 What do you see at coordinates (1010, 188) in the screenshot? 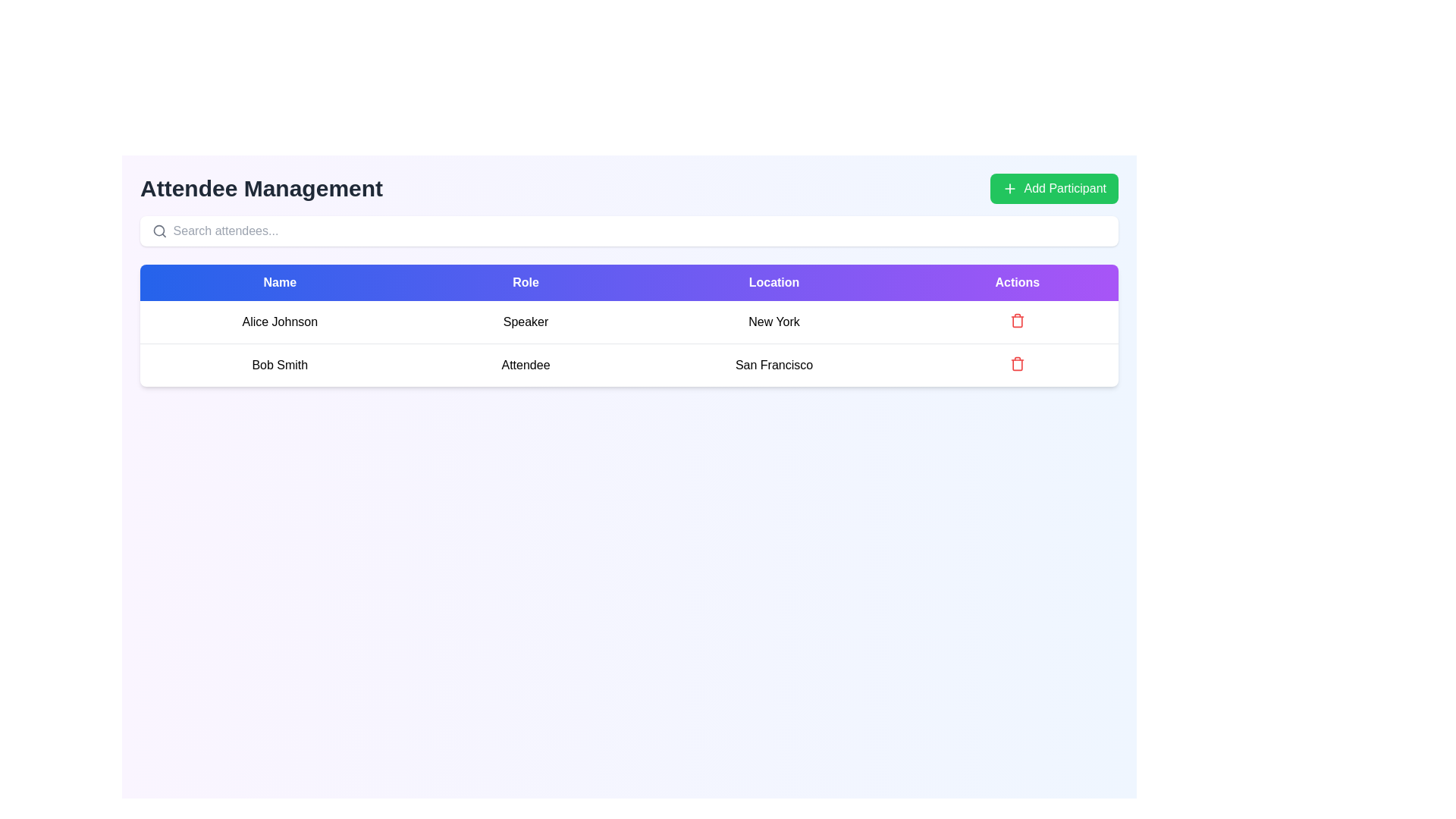
I see `the icon that visually indicates the action to add a participant, which is positioned to the left of the 'Add Participant' label text within a green button in the upper-right corner of the interface` at bounding box center [1010, 188].